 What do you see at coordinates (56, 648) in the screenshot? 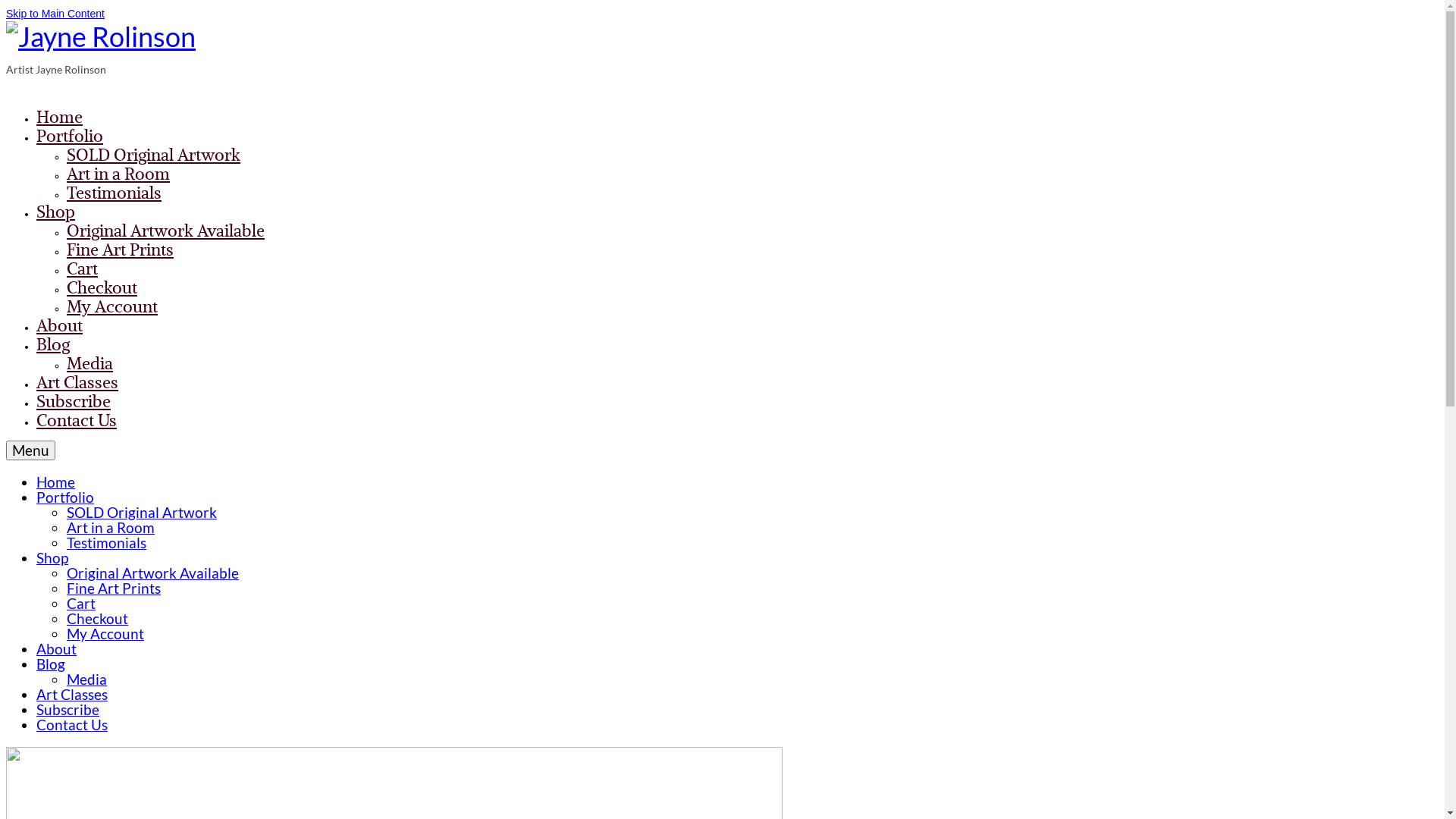
I see `'About'` at bounding box center [56, 648].